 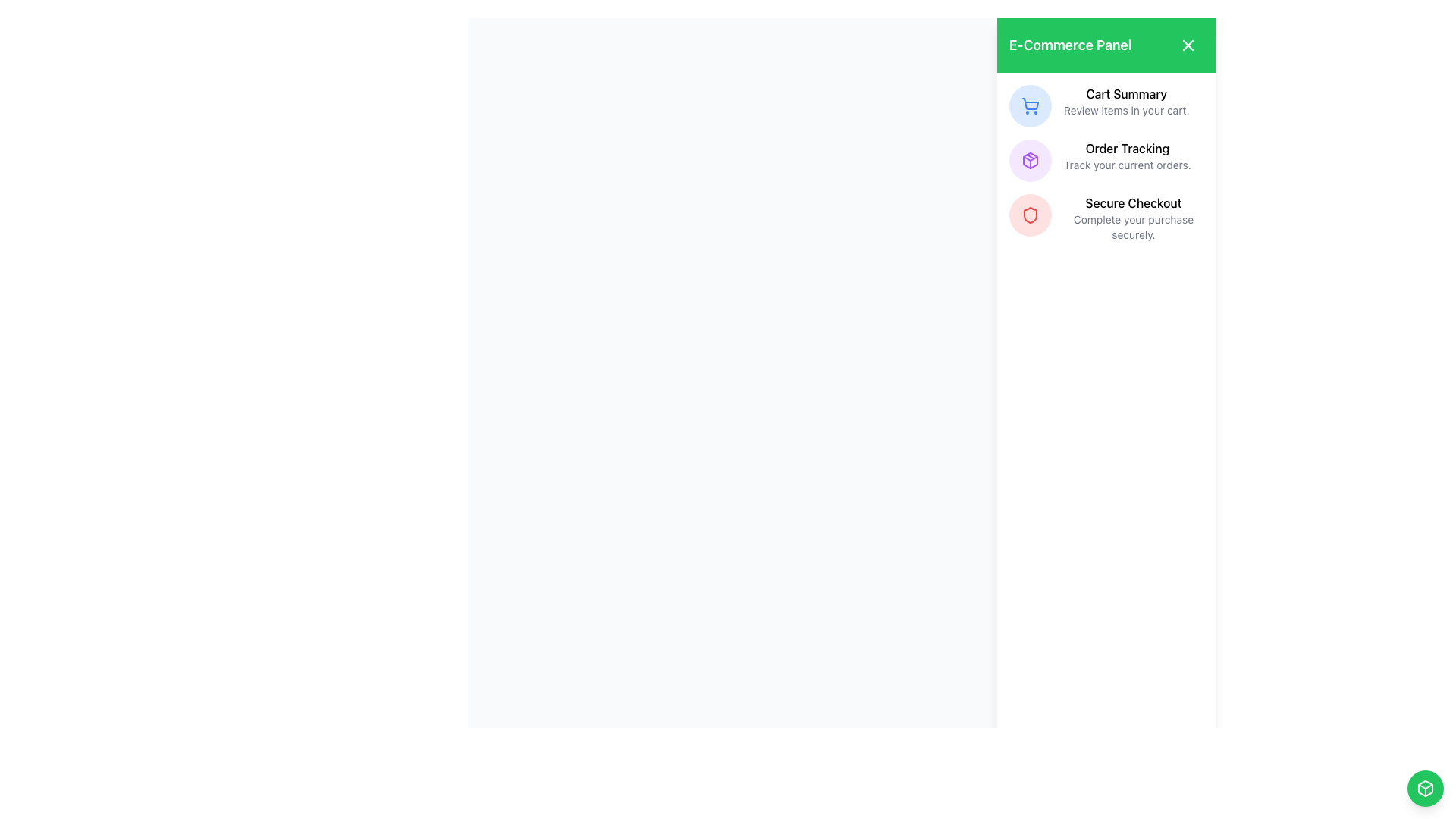 I want to click on text element 'Review items in your cart.' located beneath the 'Cart Summary' heading in the E-Commerce Panel, so click(x=1126, y=110).